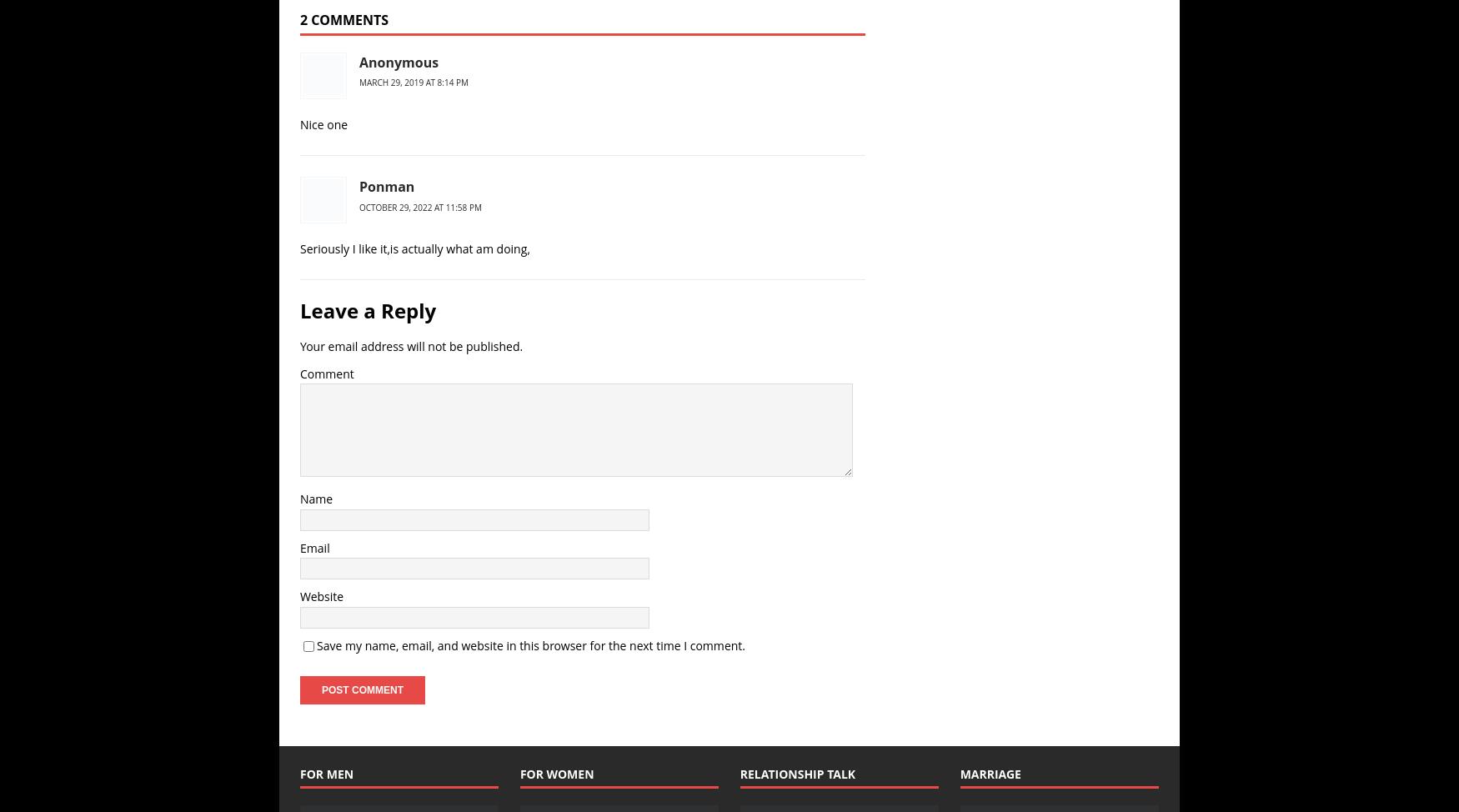 Image resolution: width=1459 pixels, height=812 pixels. What do you see at coordinates (411, 346) in the screenshot?
I see `'Your email address will not be published.'` at bounding box center [411, 346].